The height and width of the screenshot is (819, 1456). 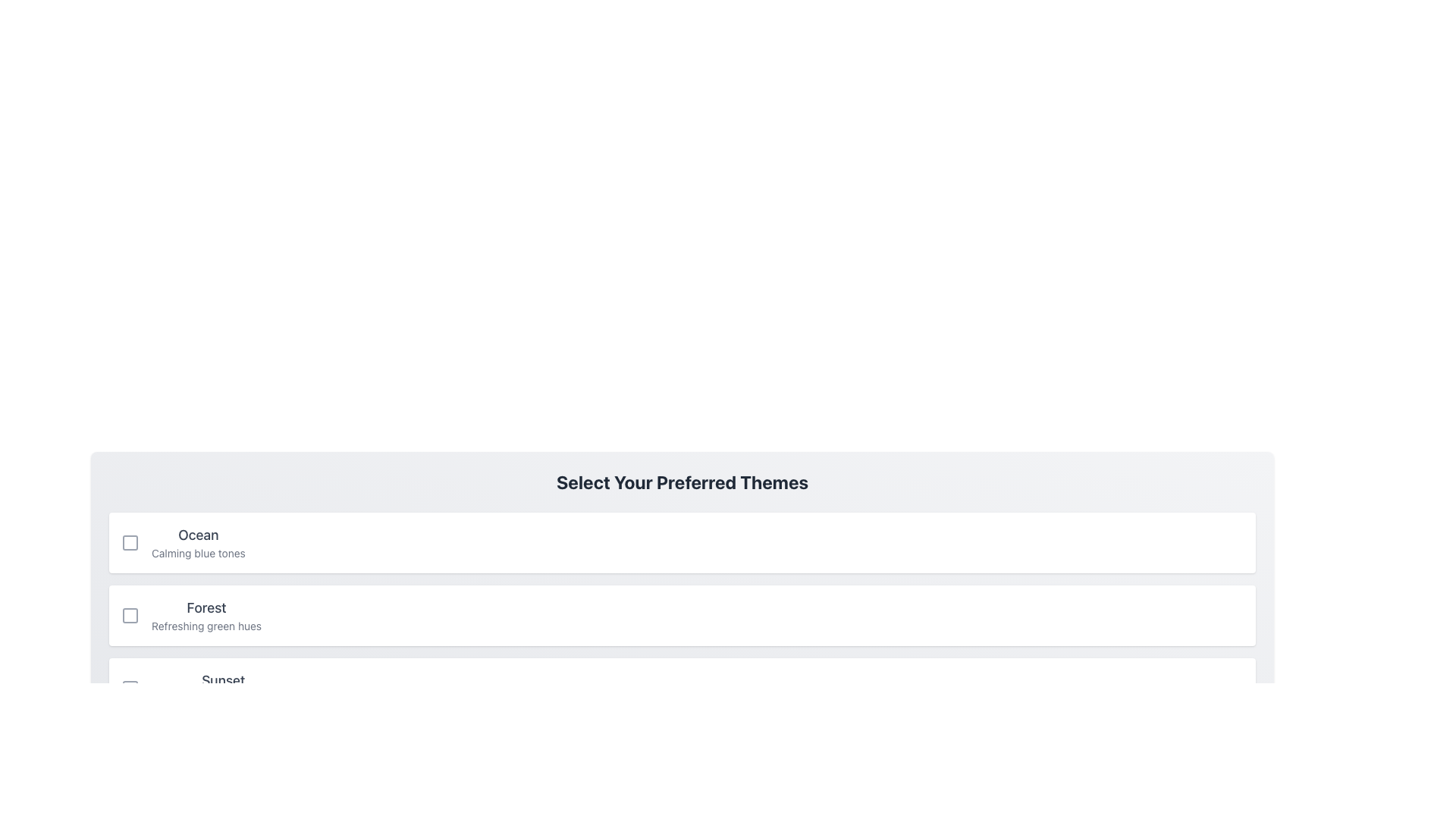 I want to click on the text label indicating the theme name 'Ocean' which serves as the title for a selectable theme, so click(x=197, y=534).